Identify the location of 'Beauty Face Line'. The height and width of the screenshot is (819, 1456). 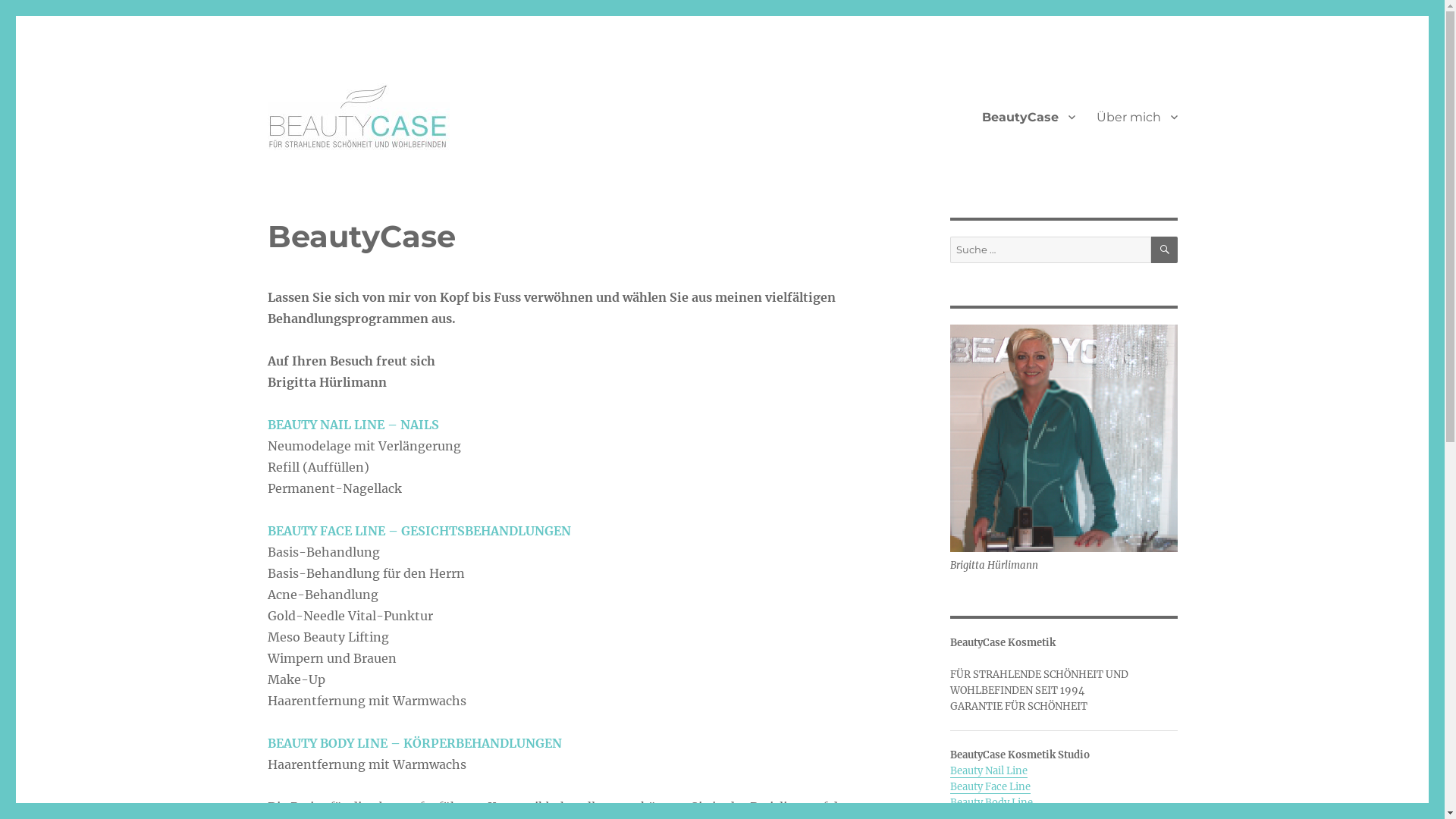
(990, 786).